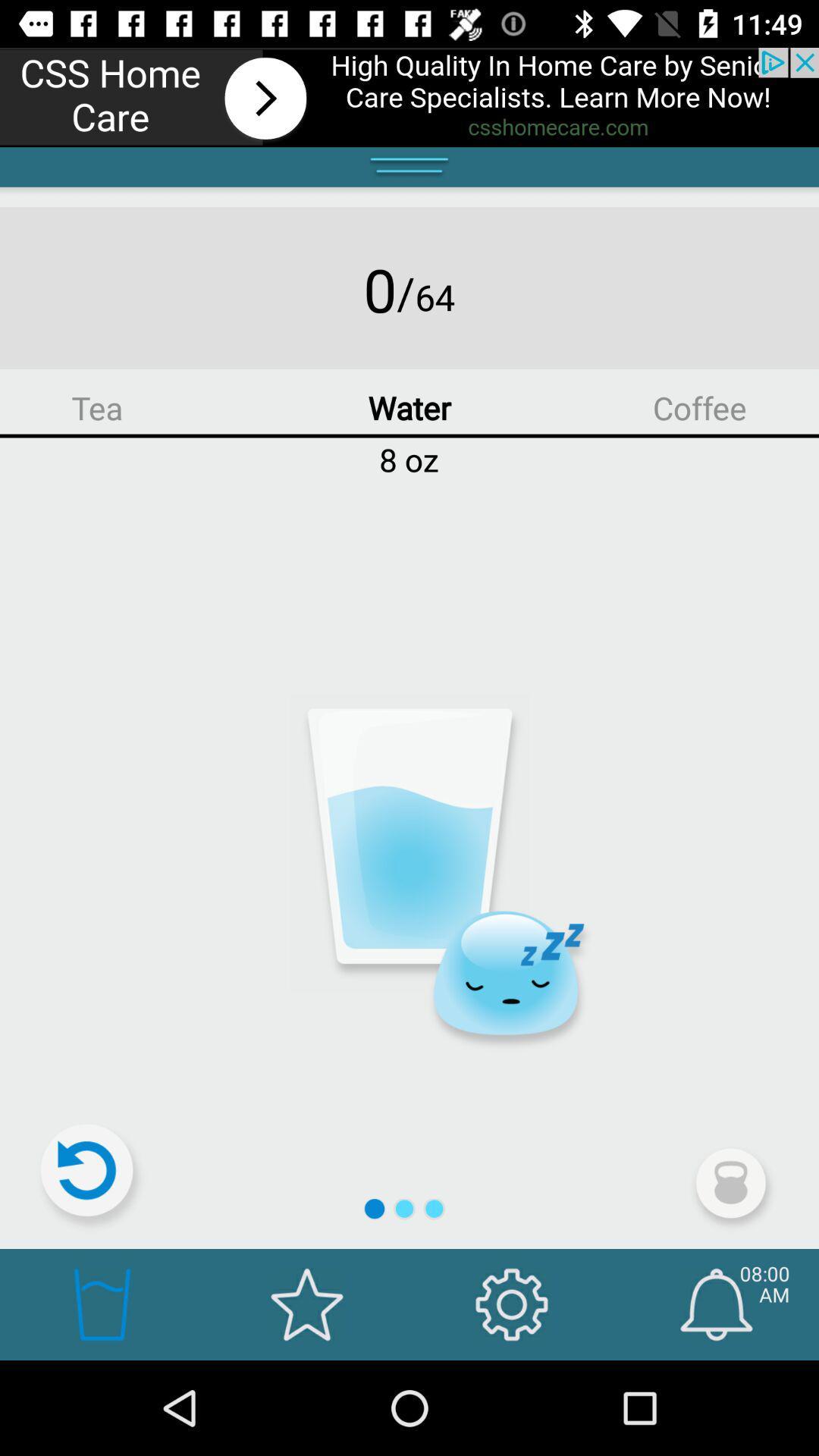  Describe the element at coordinates (93, 1176) in the screenshot. I see `refresh page` at that location.